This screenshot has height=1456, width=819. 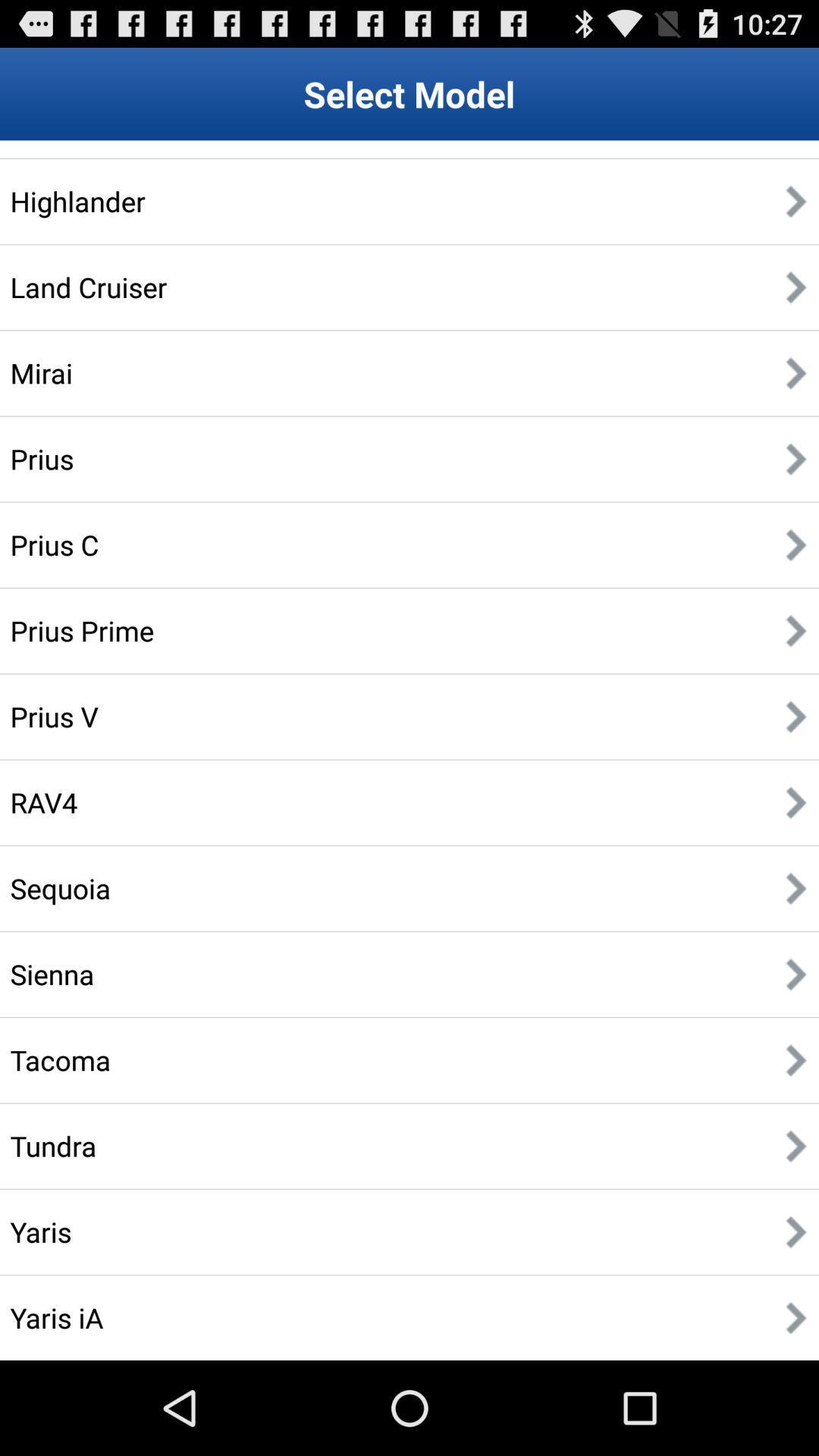 What do you see at coordinates (43, 802) in the screenshot?
I see `rav4 item` at bounding box center [43, 802].